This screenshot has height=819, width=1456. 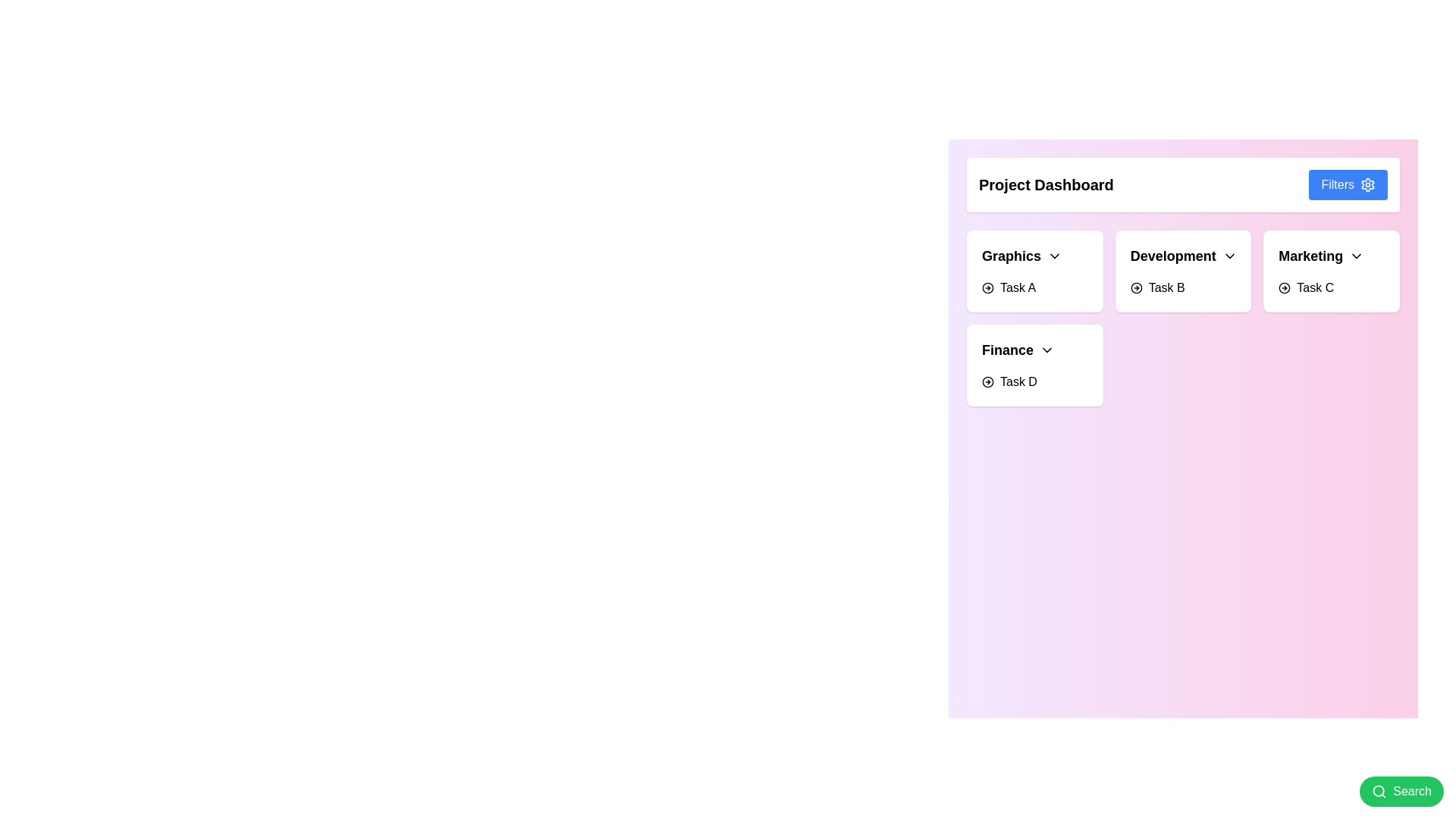 What do you see at coordinates (1008, 350) in the screenshot?
I see `the bolded text 'Finance' which is styled with a large font size and serves as the title within the bottom-left card of the 'Project Dashboard'` at bounding box center [1008, 350].